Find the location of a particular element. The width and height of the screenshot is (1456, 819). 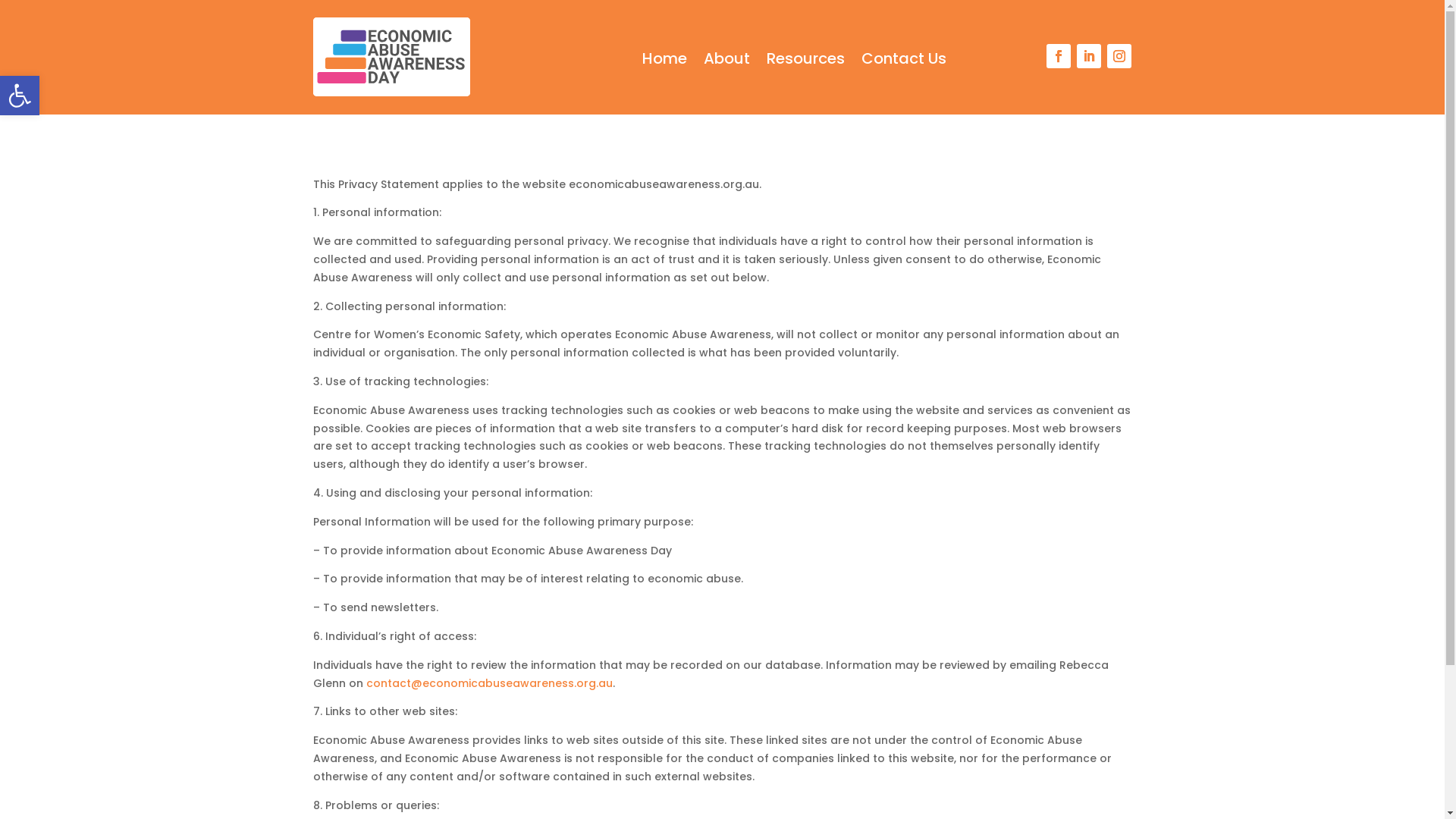

'Economic Abuse Awareness Day' is located at coordinates (312, 55).